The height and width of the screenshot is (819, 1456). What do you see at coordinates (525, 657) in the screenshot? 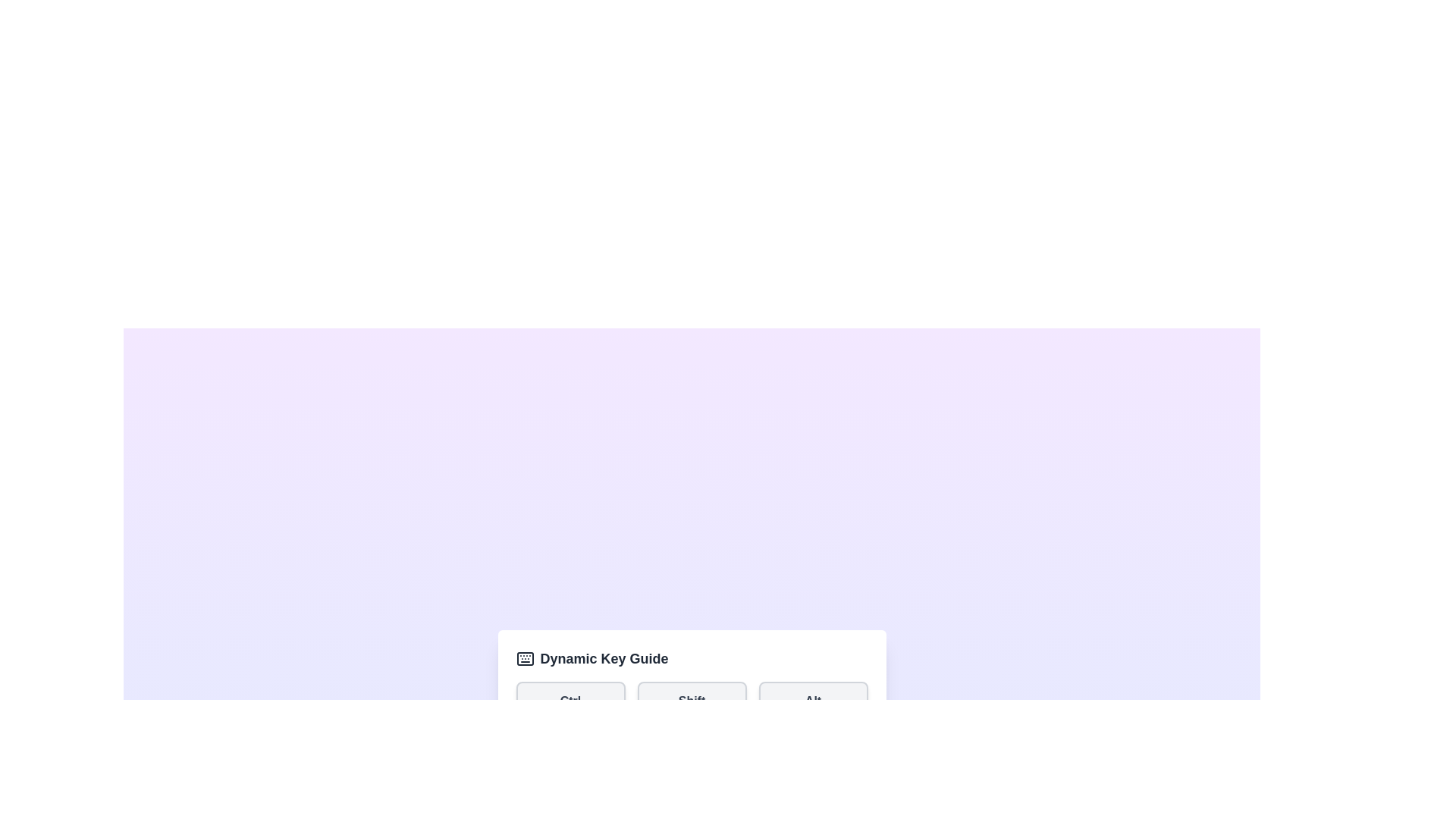
I see `the rounded rectangle iconographic element within the SVG graphic component, which is part of the 'Dynamic Key Guide' section` at bounding box center [525, 657].